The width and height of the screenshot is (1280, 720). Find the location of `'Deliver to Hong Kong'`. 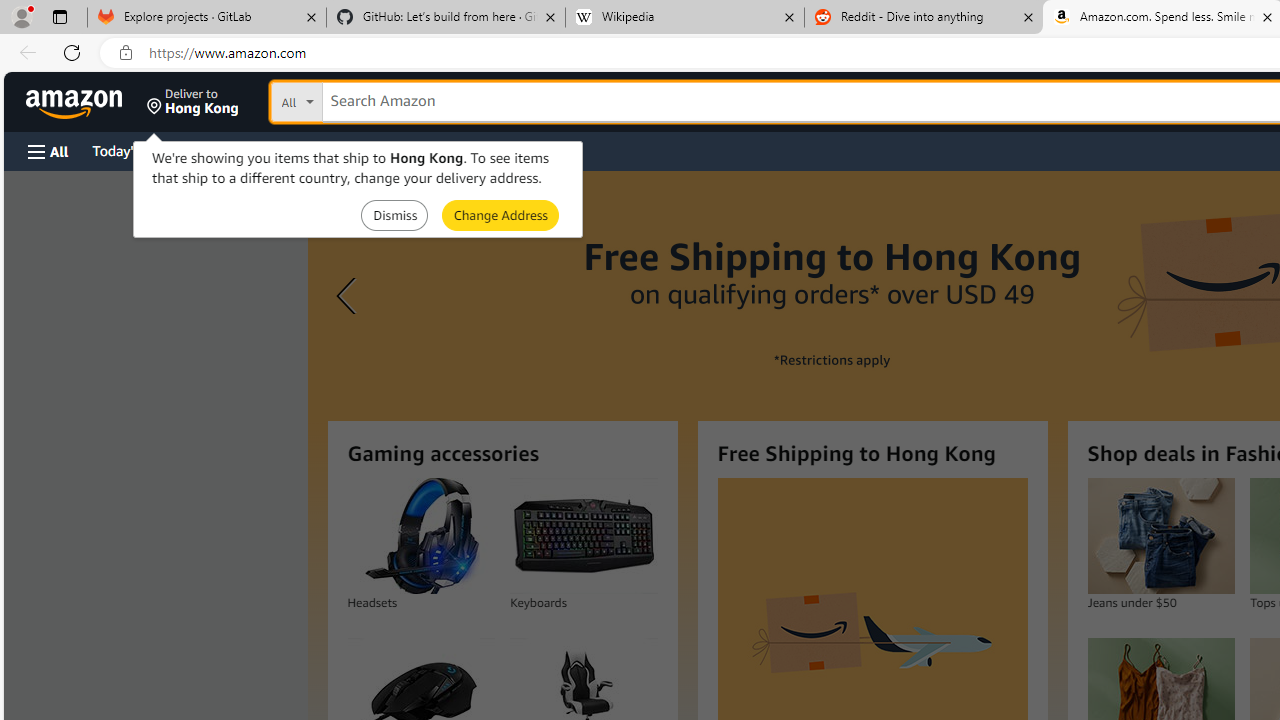

'Deliver to Hong Kong' is located at coordinates (193, 101).